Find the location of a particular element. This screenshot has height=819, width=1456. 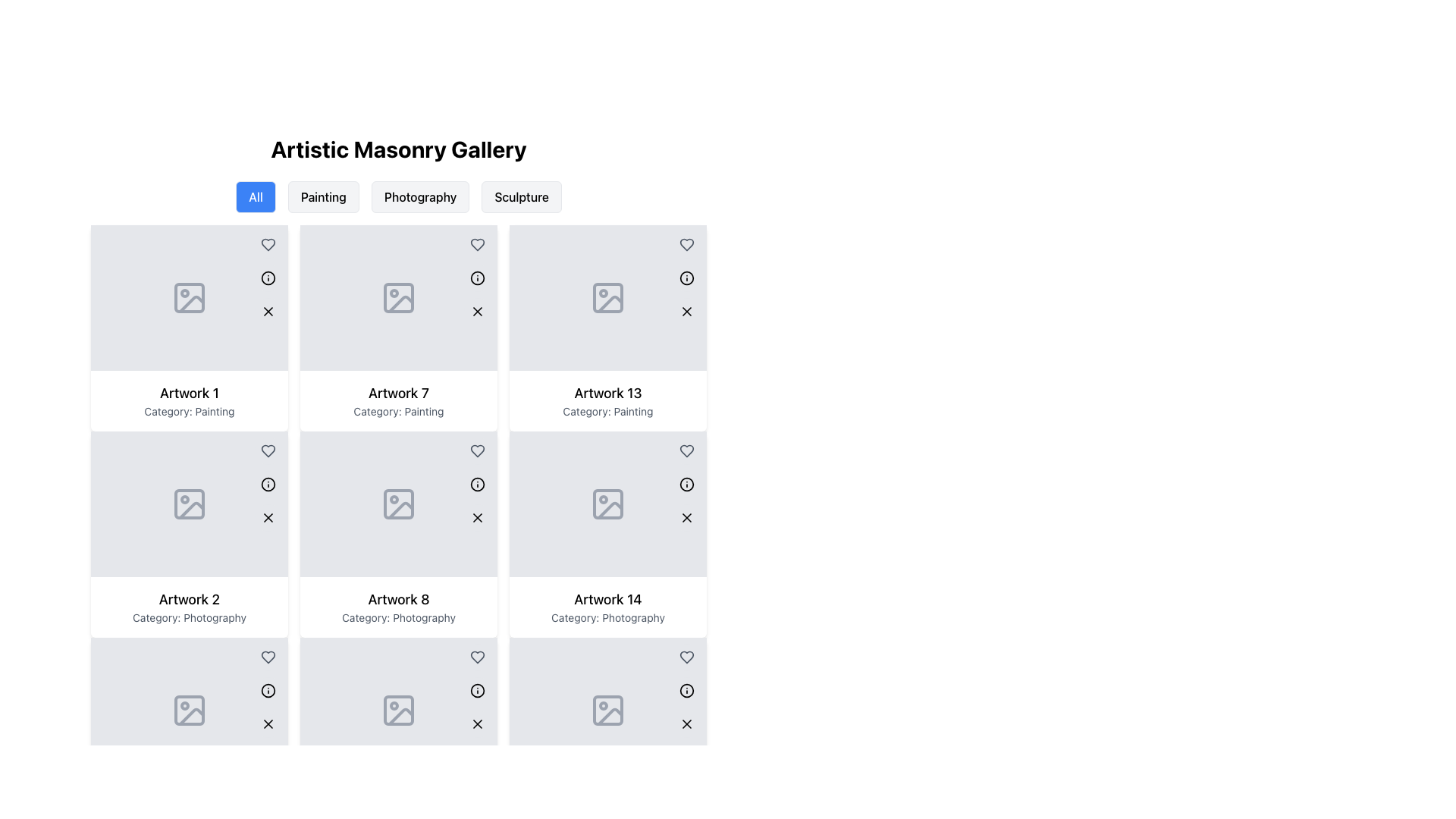

the favorite button located in the top-right corner of the card for 'Artwork 7' to mark the content as a favorite is located at coordinates (476, 450).